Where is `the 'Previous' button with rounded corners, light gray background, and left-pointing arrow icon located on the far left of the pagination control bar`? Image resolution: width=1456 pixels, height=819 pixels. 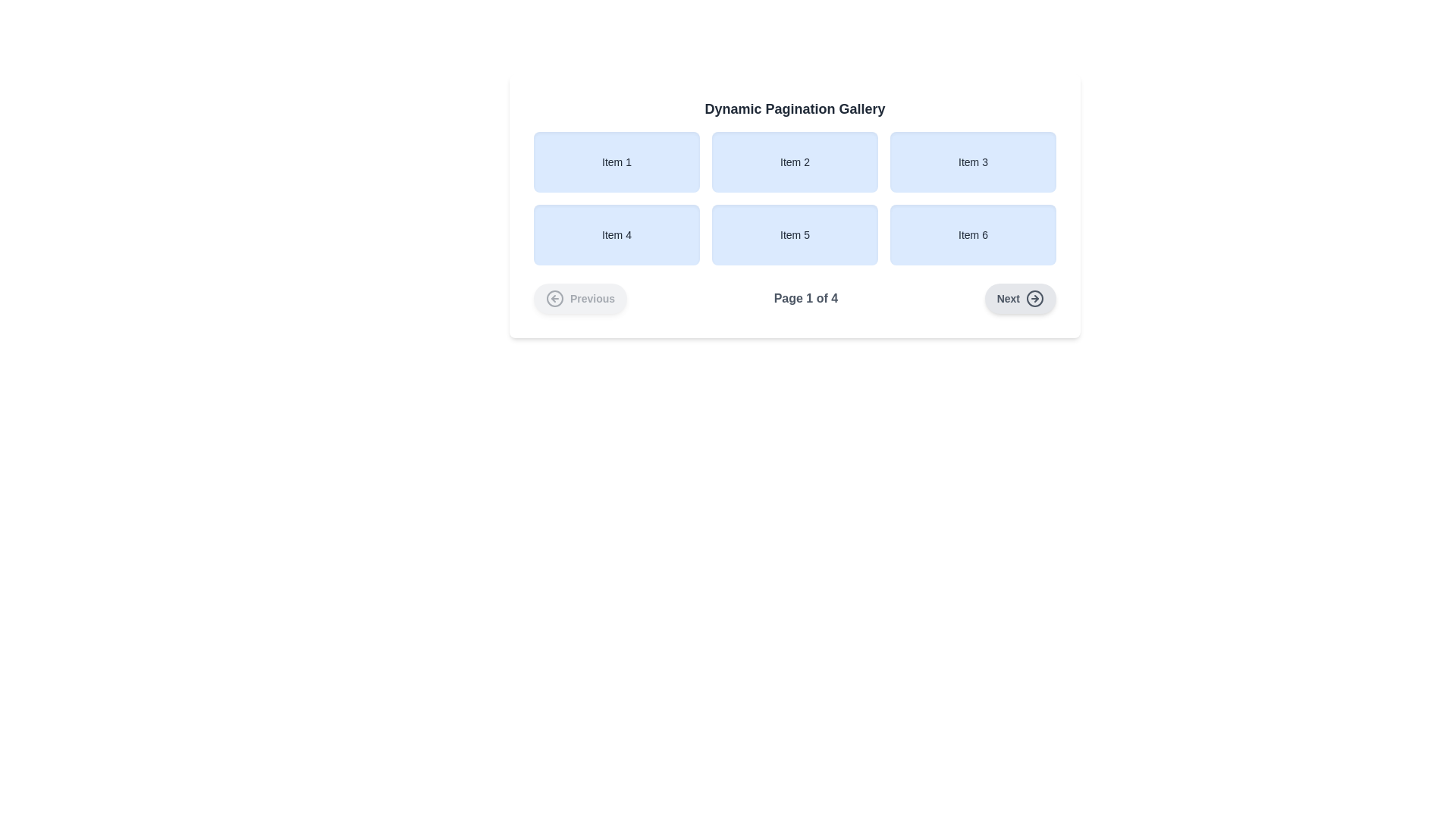 the 'Previous' button with rounded corners, light gray background, and left-pointing arrow icon located on the far left of the pagination control bar is located at coordinates (579, 298).